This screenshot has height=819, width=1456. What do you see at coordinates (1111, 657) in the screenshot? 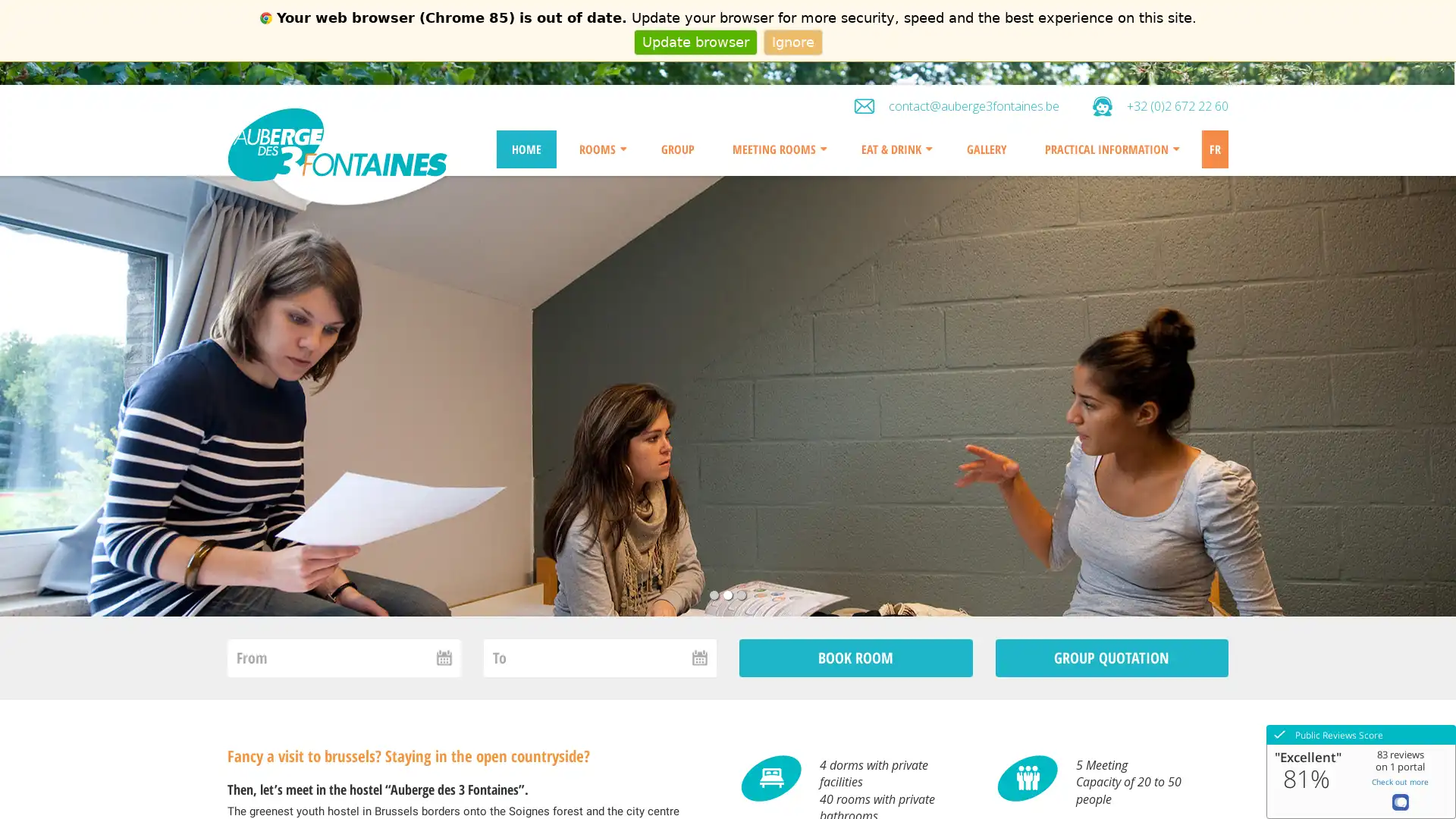
I see `GROUP QUOTATION` at bounding box center [1111, 657].